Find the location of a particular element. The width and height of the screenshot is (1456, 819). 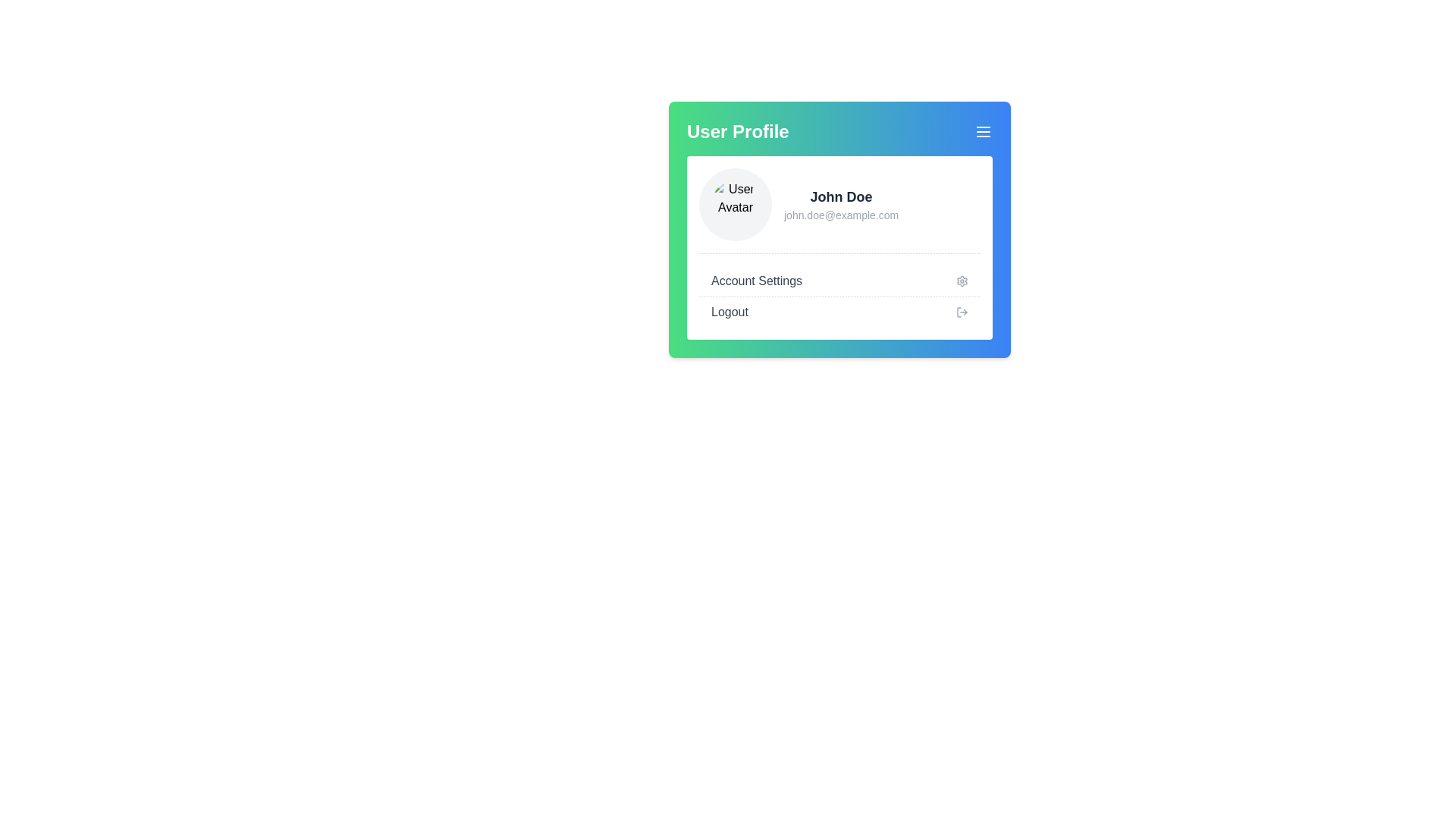

the circular avatar placeholder with a gray background located to the left of the username 'John Doe' and email 'john.doe@example.com' in the User Profile card interface is located at coordinates (735, 205).